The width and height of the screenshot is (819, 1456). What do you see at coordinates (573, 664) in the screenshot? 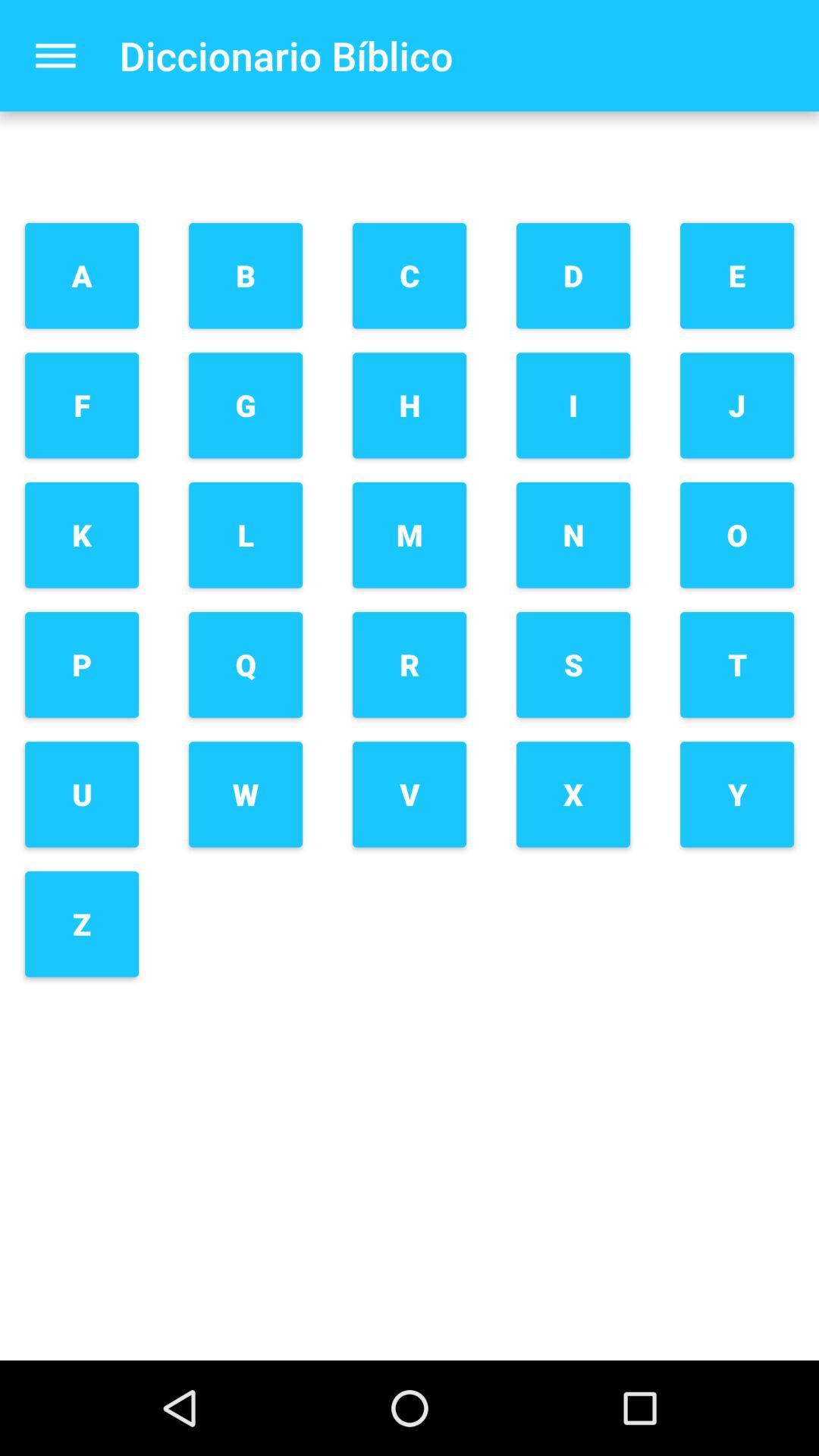
I see `button above x button` at bounding box center [573, 664].